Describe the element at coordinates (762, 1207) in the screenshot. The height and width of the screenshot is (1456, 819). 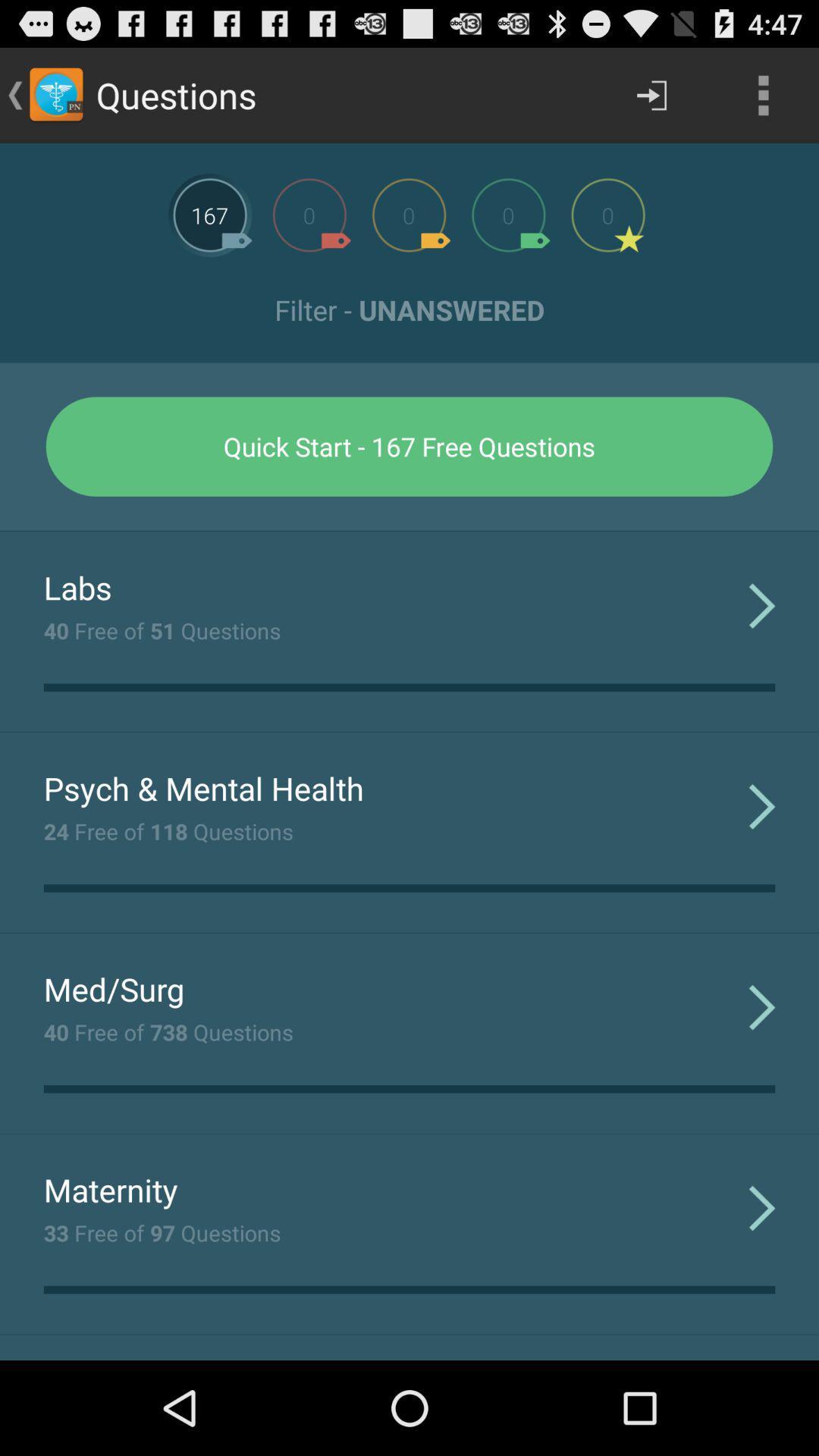
I see `the app to the right of the 33 free of item` at that location.